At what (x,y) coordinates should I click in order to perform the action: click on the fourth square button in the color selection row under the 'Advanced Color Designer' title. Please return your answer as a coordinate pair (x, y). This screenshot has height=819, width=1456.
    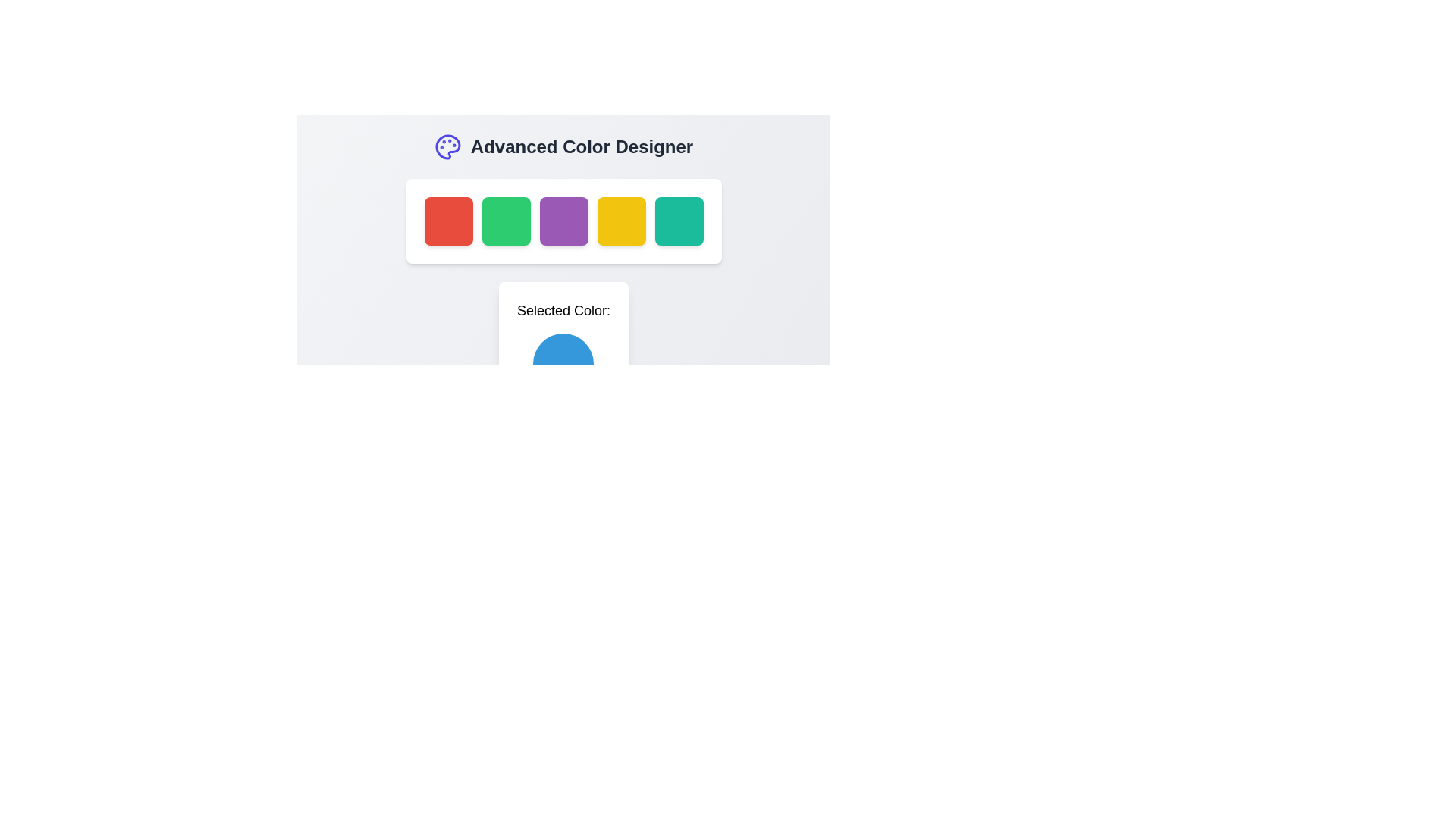
    Looking at the image, I should click on (621, 221).